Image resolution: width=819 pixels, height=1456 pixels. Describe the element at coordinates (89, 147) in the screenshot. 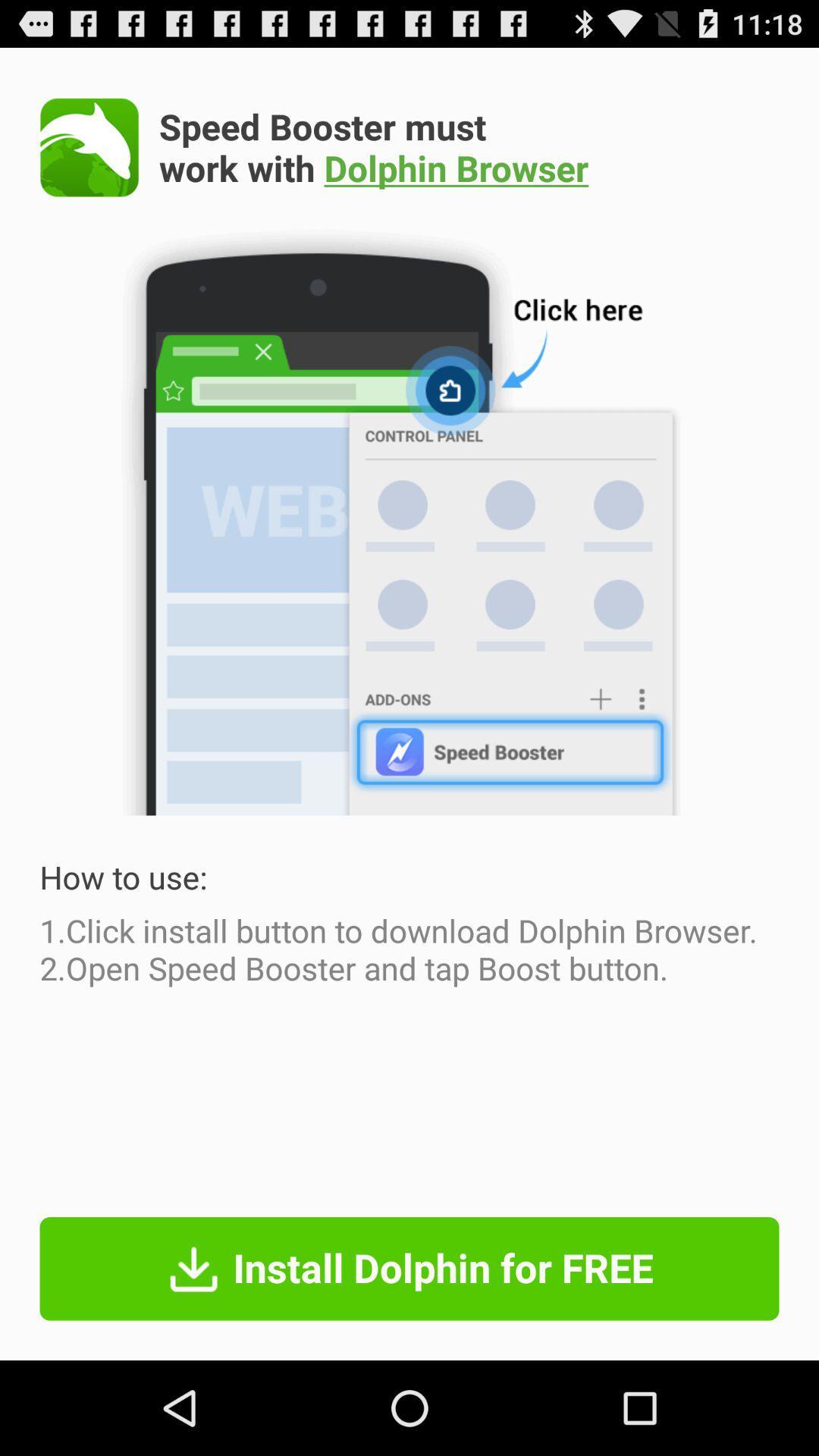

I see `see the app` at that location.